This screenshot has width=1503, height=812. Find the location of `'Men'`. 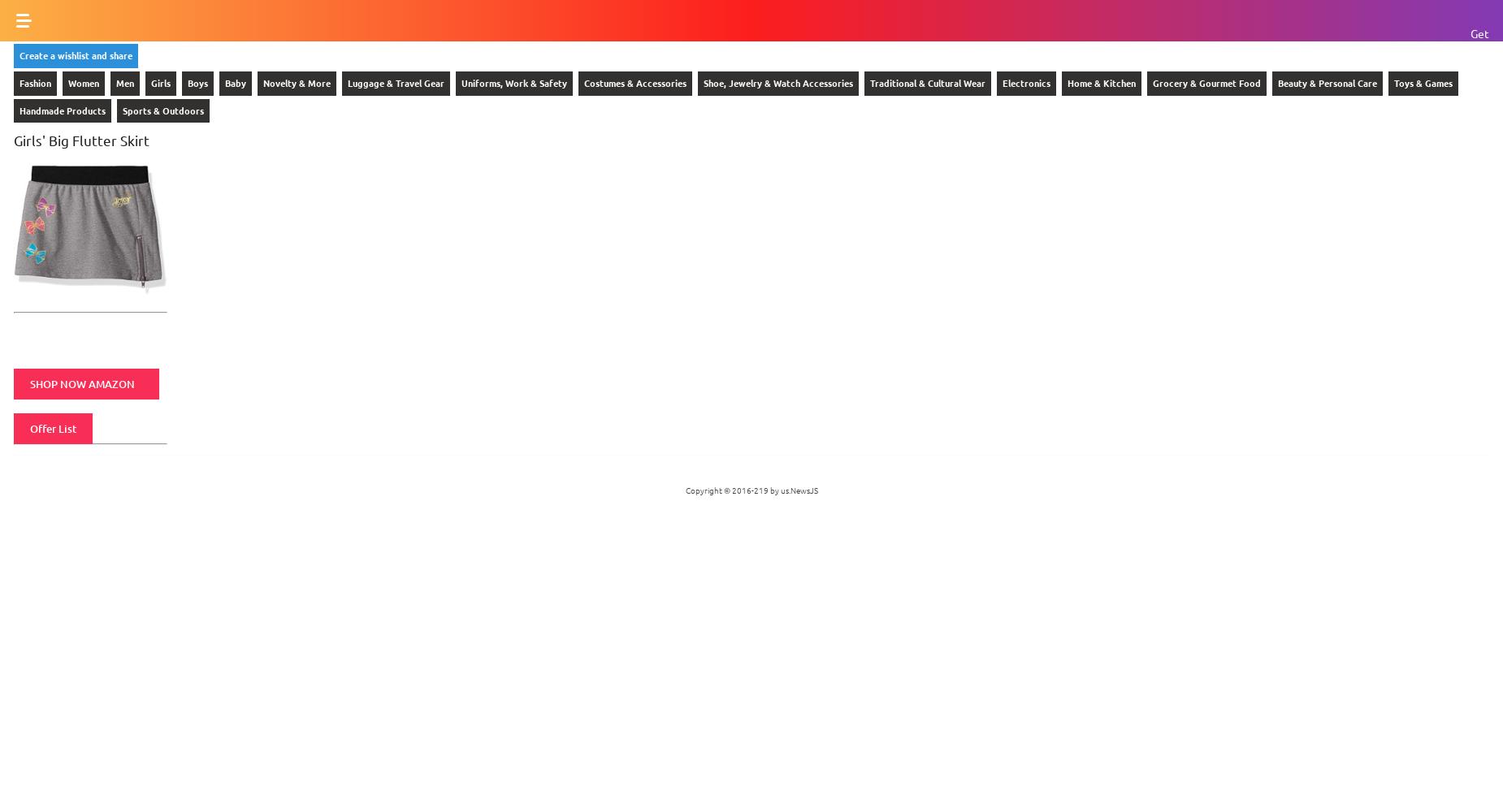

'Men' is located at coordinates (123, 81).